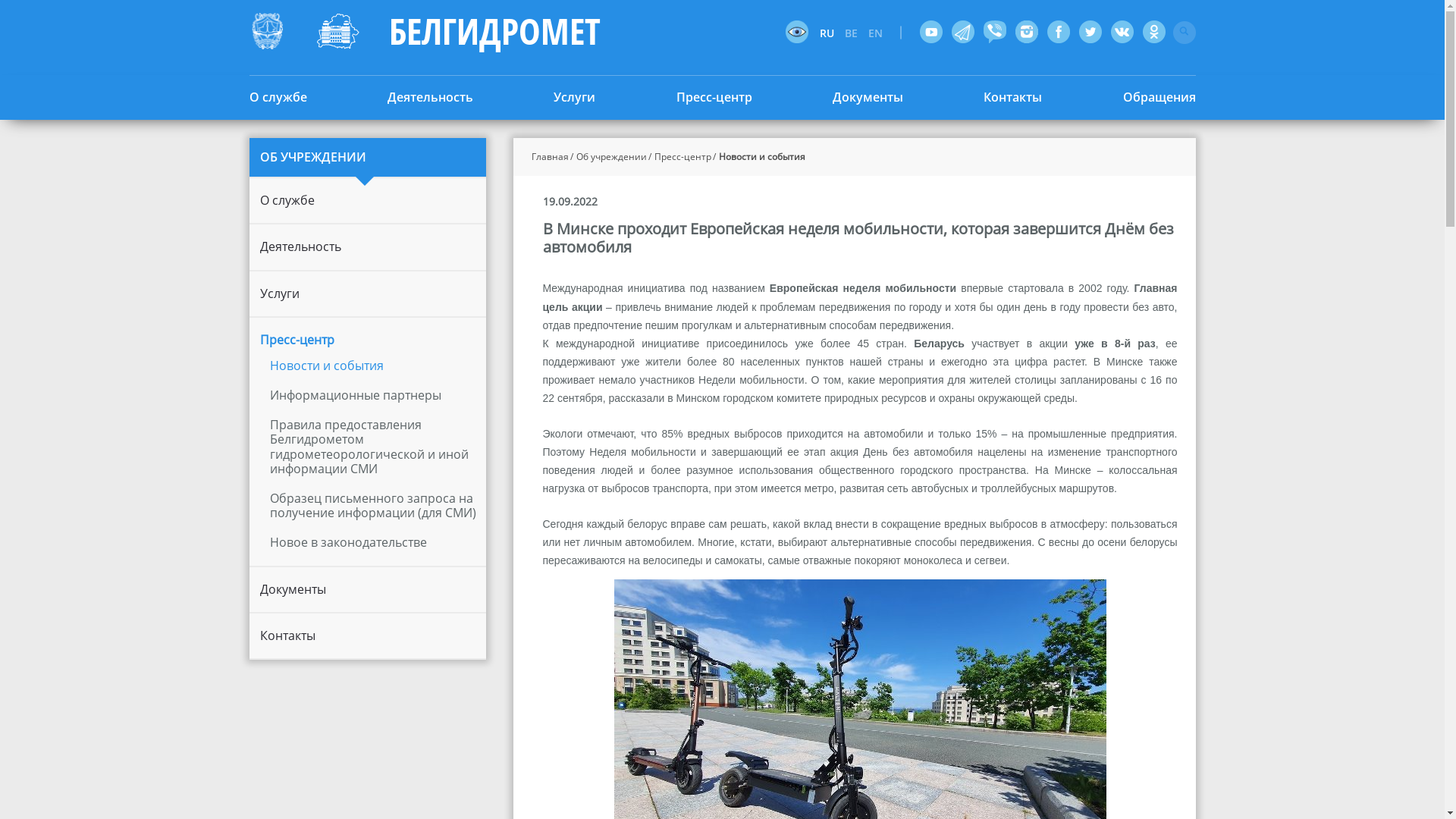  What do you see at coordinates (930, 32) in the screenshot?
I see `'youtube'` at bounding box center [930, 32].